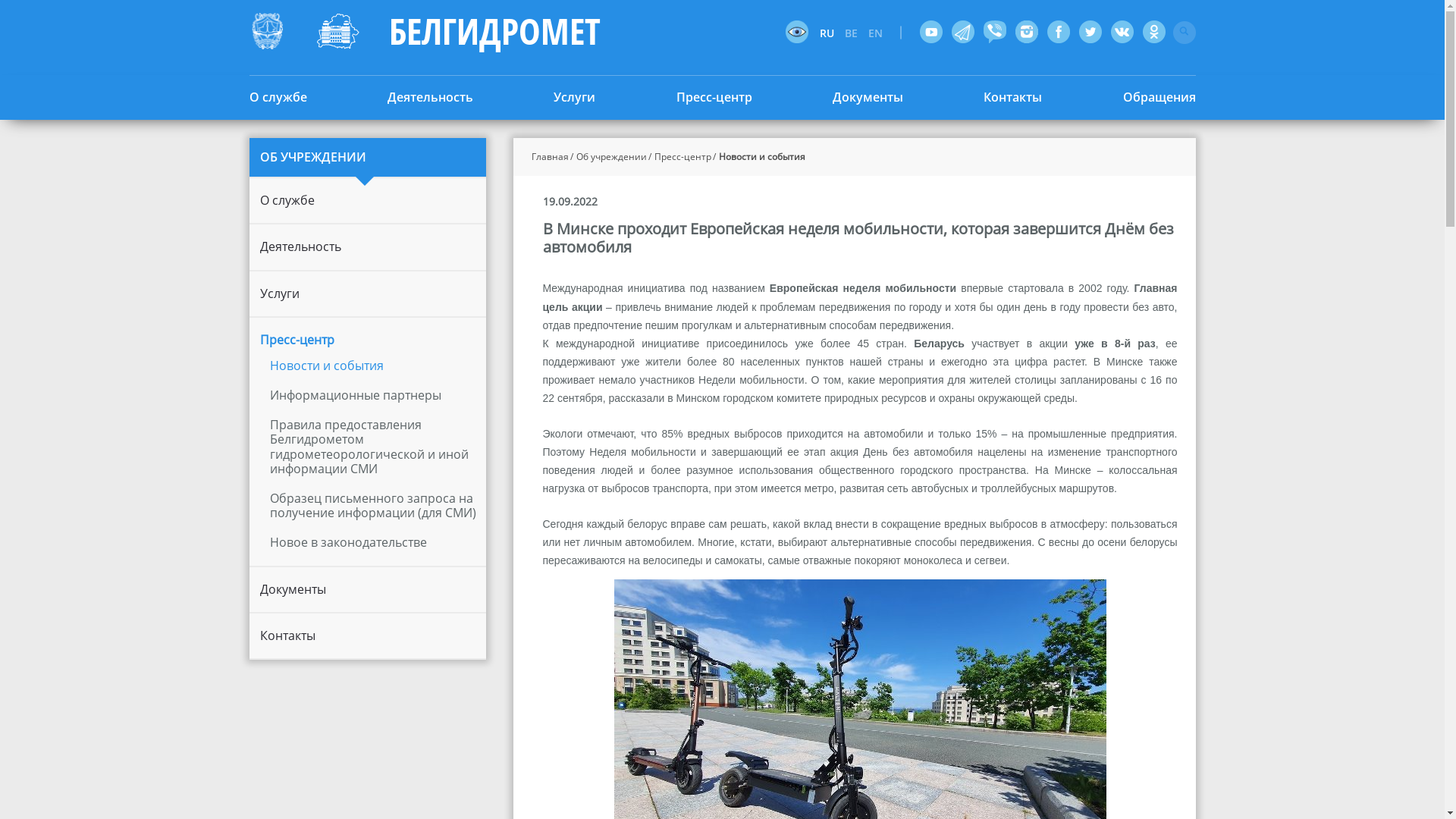  What do you see at coordinates (930, 32) in the screenshot?
I see `'youtube'` at bounding box center [930, 32].